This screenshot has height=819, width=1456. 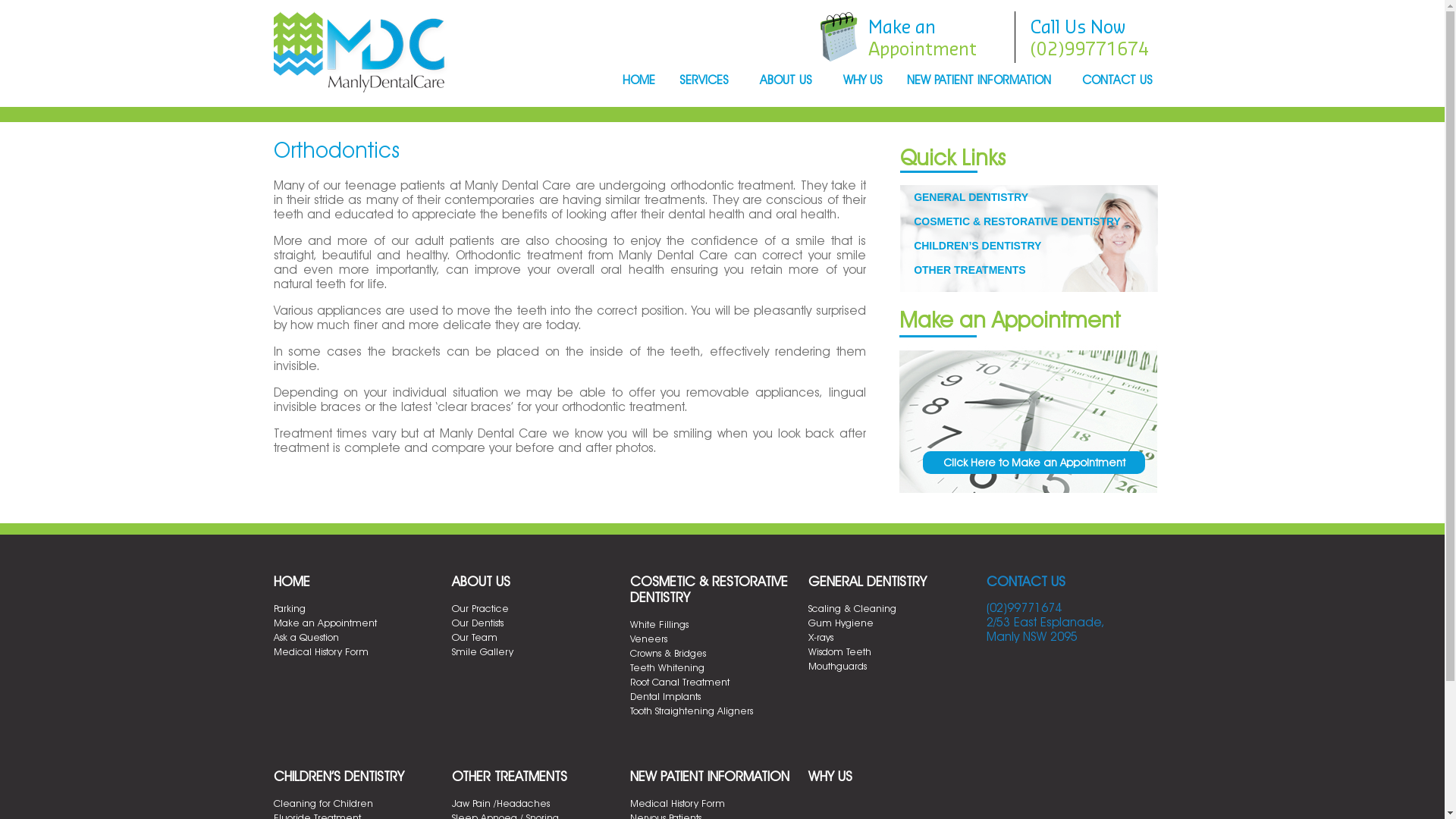 What do you see at coordinates (829, 776) in the screenshot?
I see `'WHY US'` at bounding box center [829, 776].